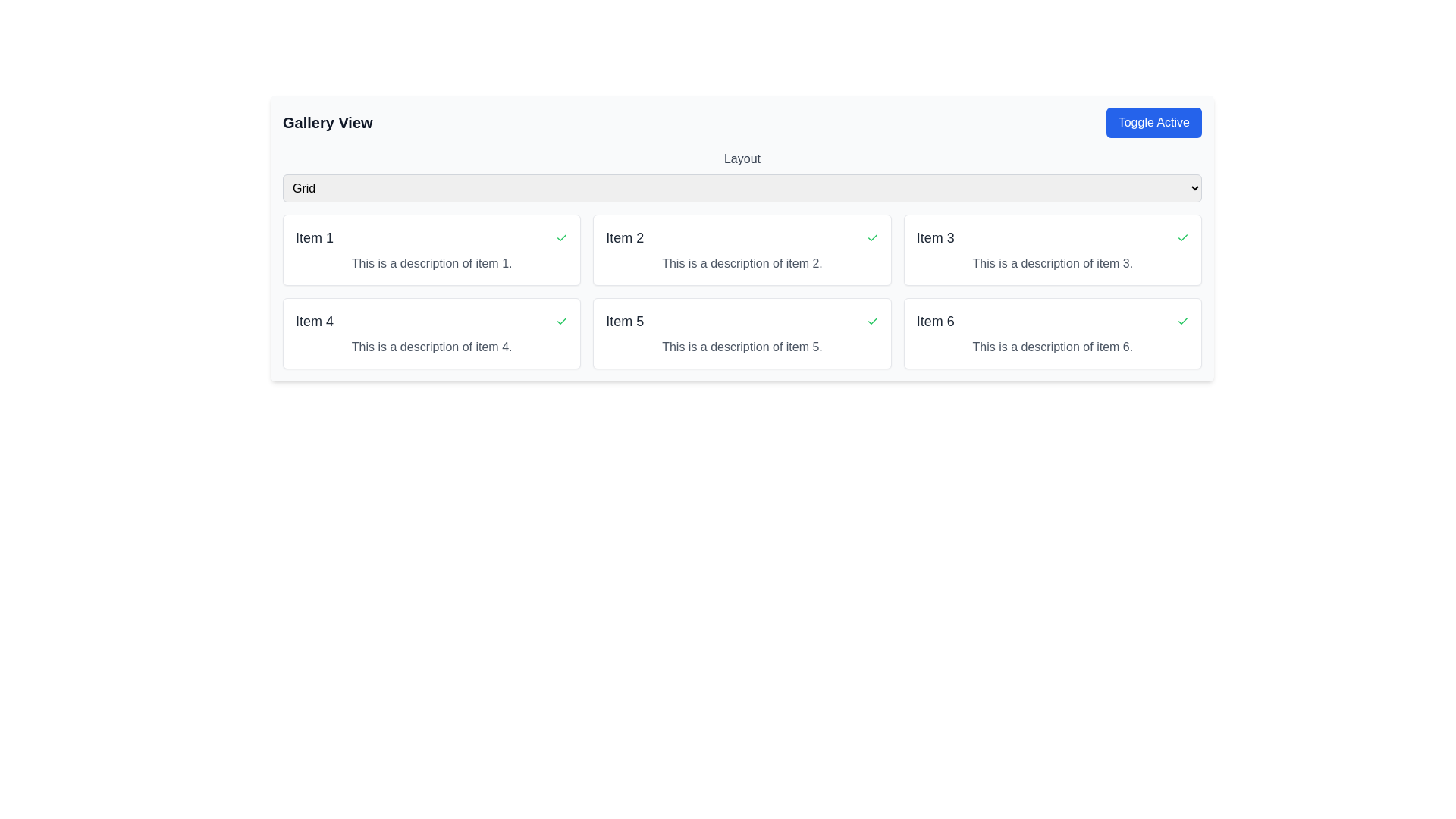  Describe the element at coordinates (1182, 237) in the screenshot. I see `the icon that indicates the selected or approved state for 'Item 3', located to the right of the textual label in the top row of the grid` at that location.